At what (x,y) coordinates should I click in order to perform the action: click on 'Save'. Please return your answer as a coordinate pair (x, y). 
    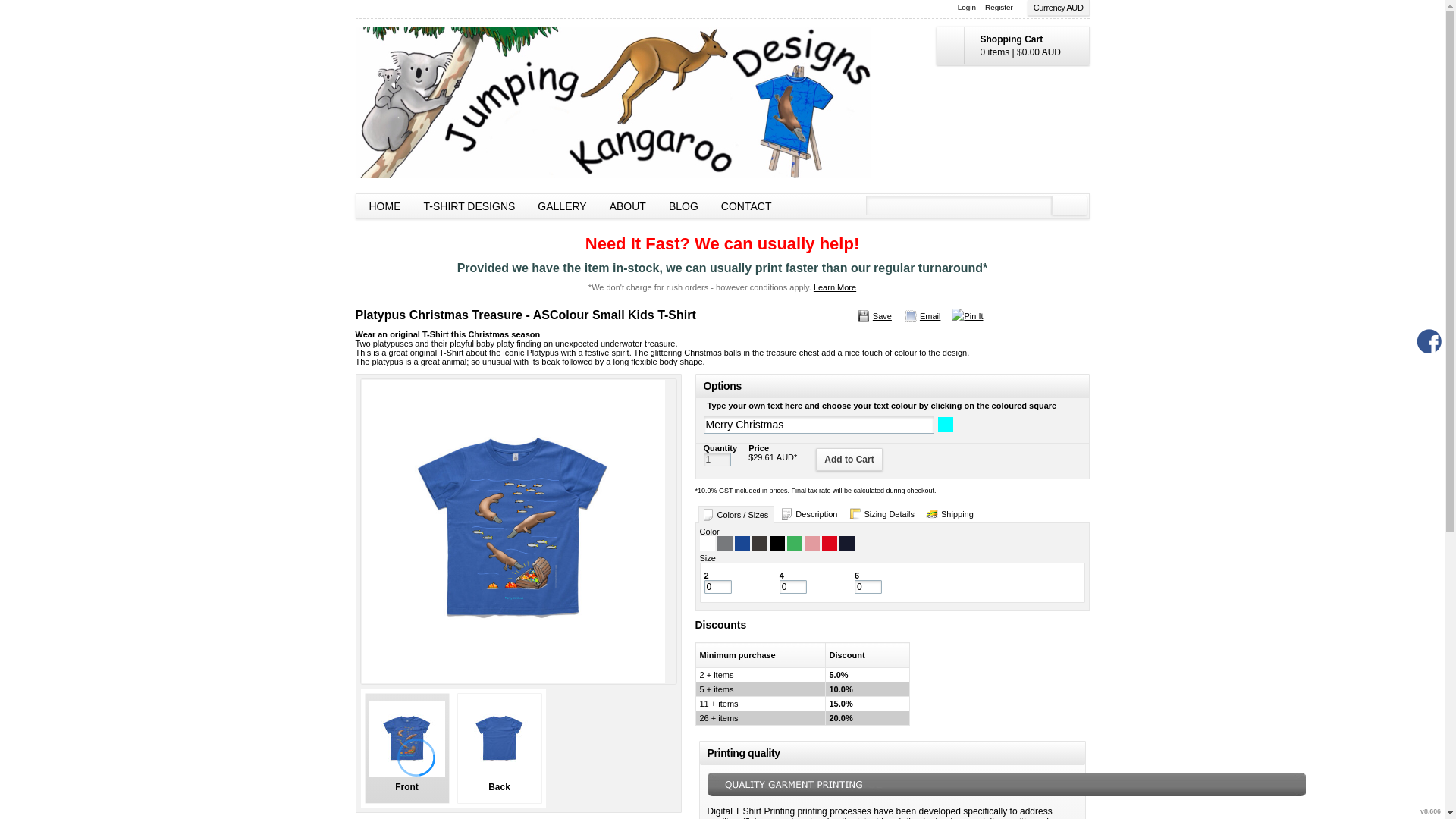
    Looking at the image, I should click on (855, 315).